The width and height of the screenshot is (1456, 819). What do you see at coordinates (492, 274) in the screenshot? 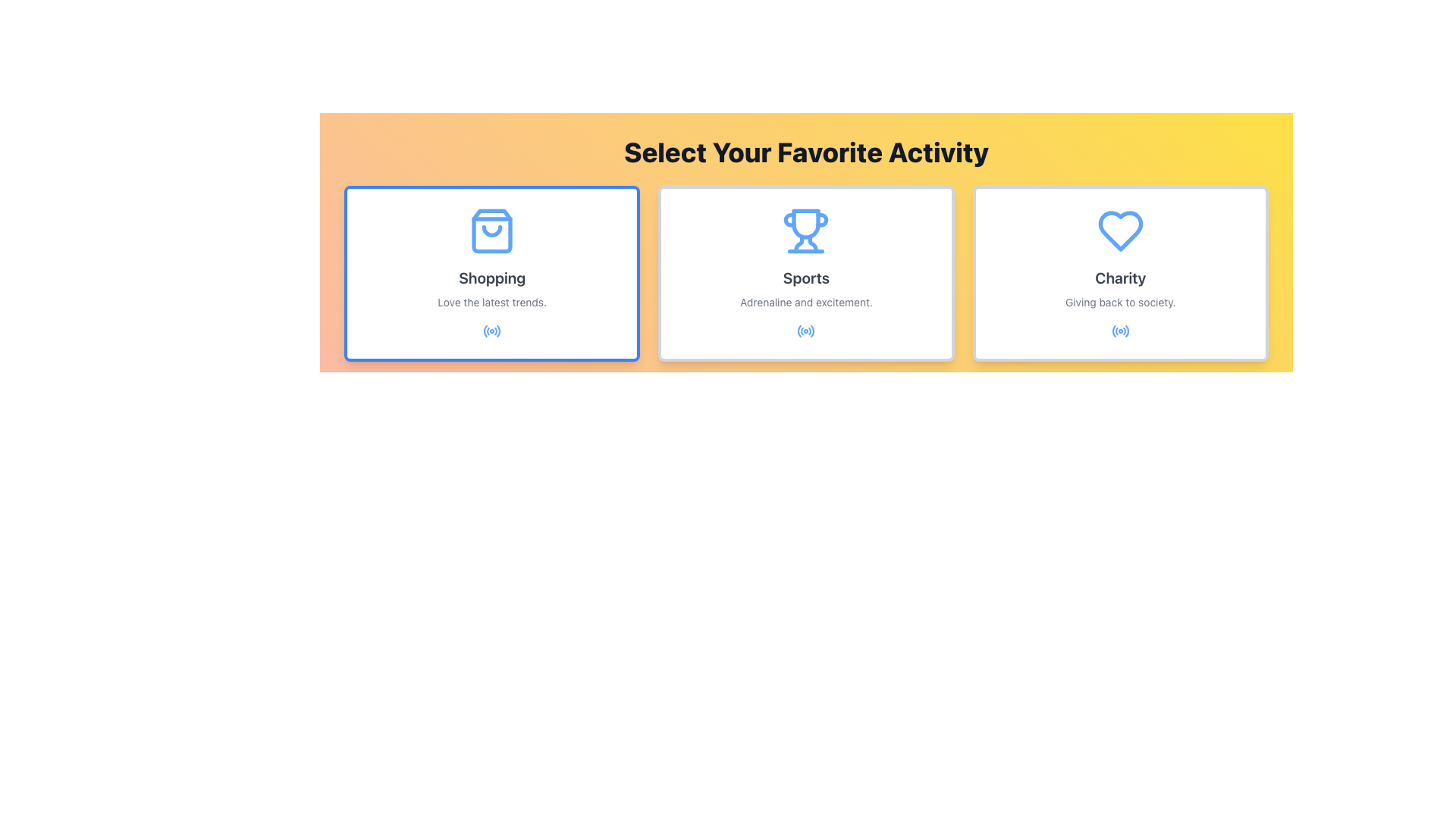
I see `the 'Shopping' card, which is the first card in a horizontally aligned grid of three, featuring a blue shopping bag icon and the text 'Shopping' in black` at bounding box center [492, 274].